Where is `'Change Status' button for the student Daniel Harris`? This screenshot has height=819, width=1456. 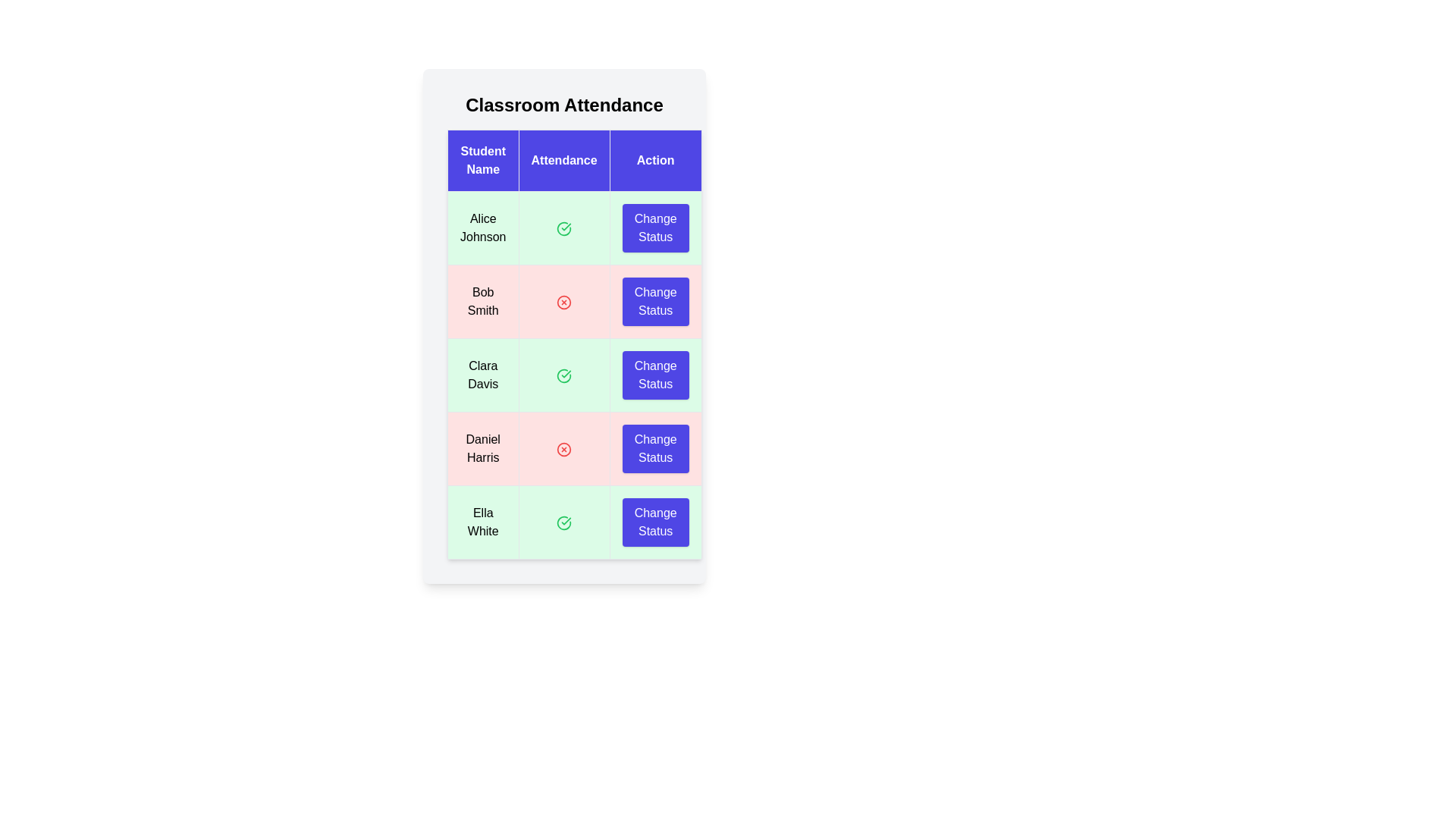
'Change Status' button for the student Daniel Harris is located at coordinates (655, 447).